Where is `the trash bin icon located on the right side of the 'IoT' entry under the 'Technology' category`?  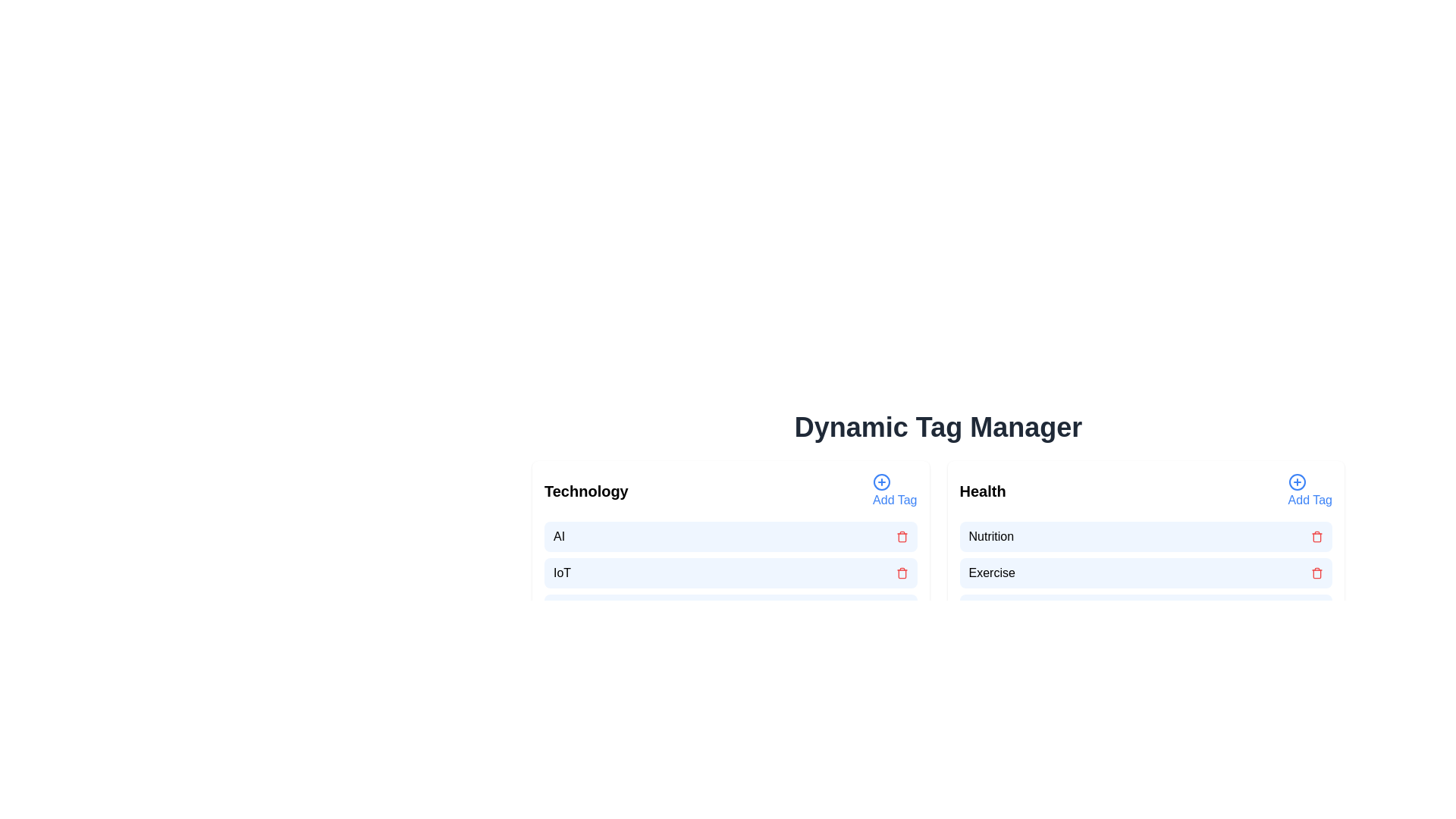 the trash bin icon located on the right side of the 'IoT' entry under the 'Technology' category is located at coordinates (902, 574).